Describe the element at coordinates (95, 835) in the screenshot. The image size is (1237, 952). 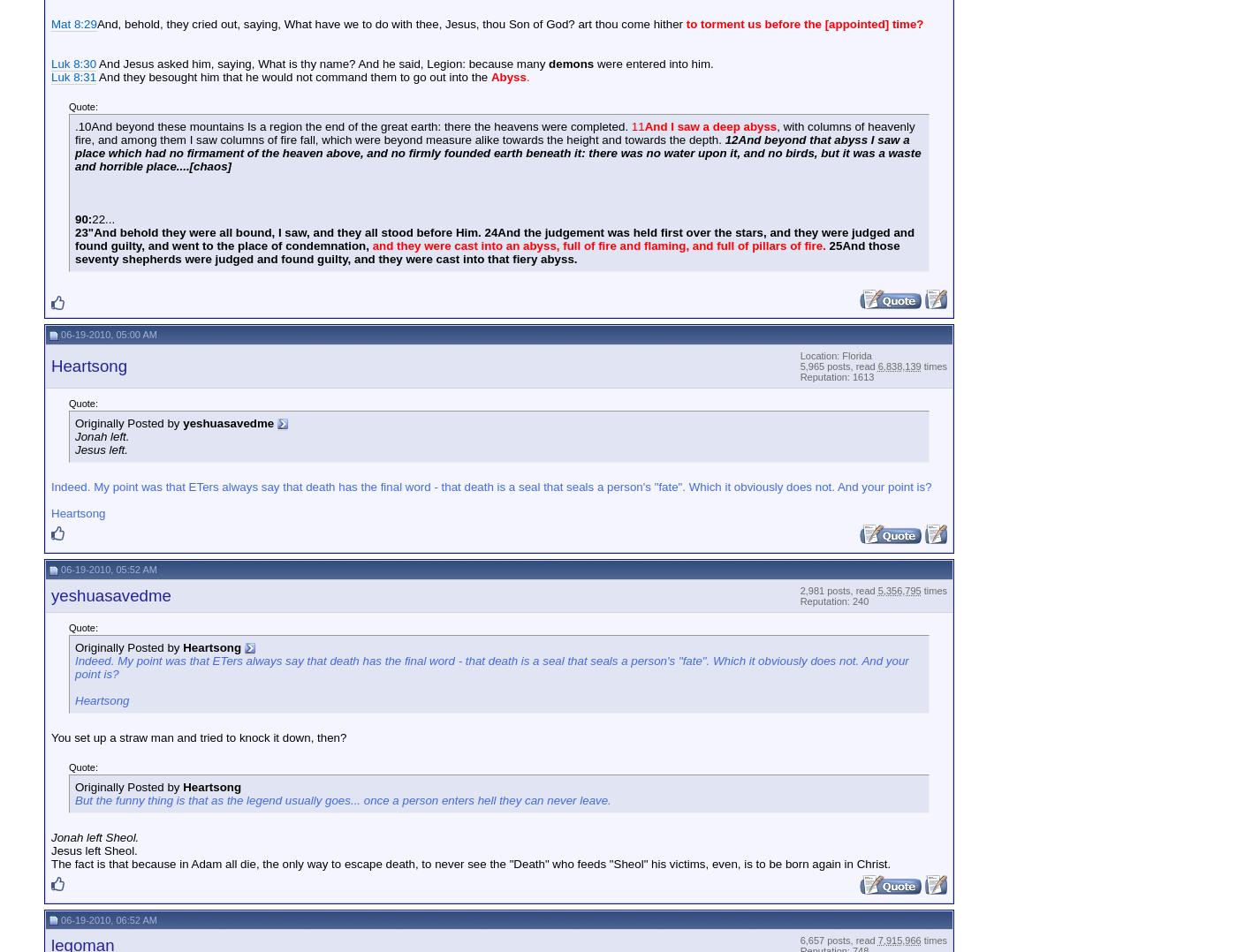
I see `'Jonah left Sheol.'` at that location.